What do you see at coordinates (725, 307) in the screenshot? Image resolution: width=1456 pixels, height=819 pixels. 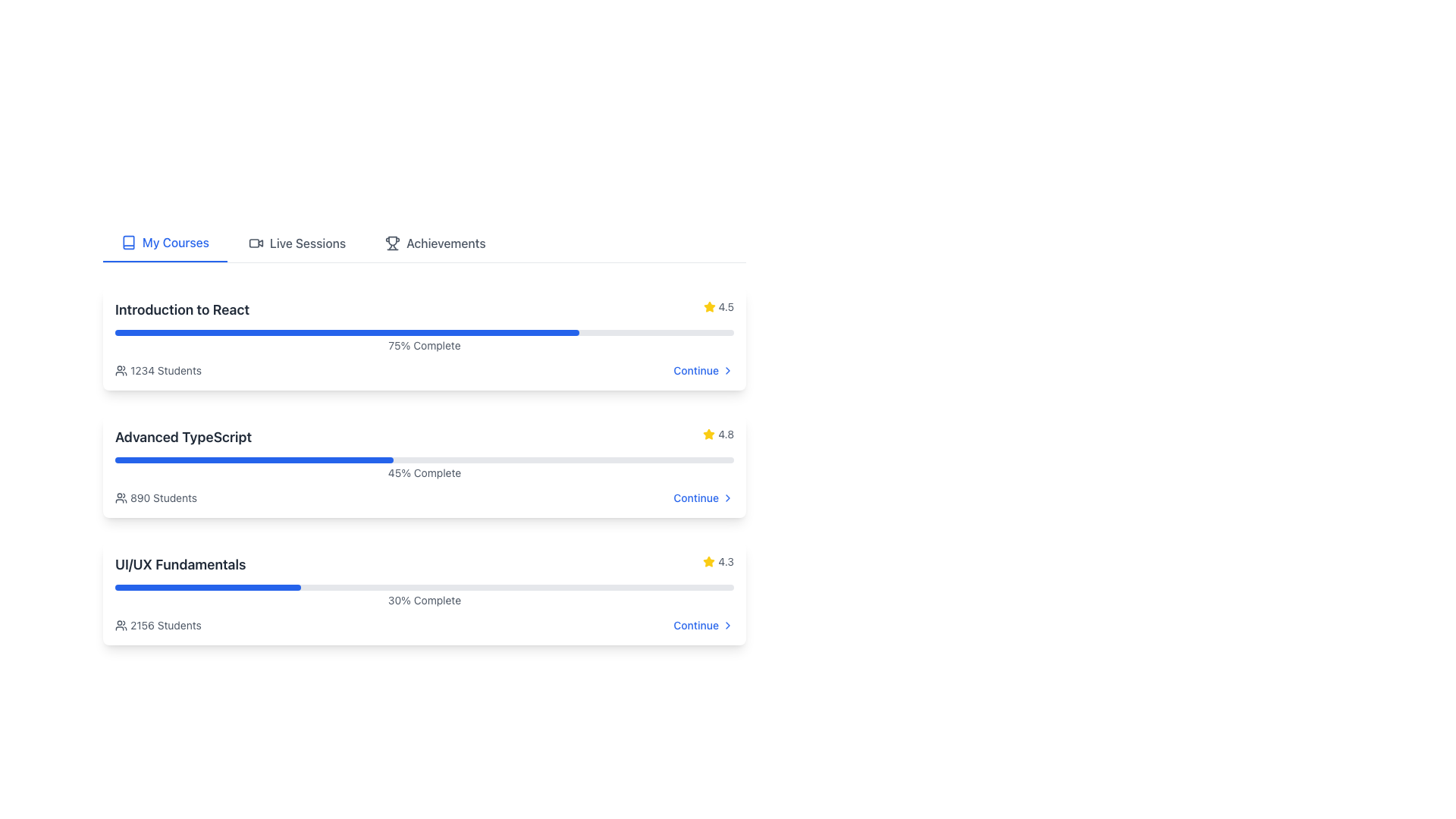 I see `user's average rating for the course displayed next to the star icon in the upper right section of the course details` at bounding box center [725, 307].